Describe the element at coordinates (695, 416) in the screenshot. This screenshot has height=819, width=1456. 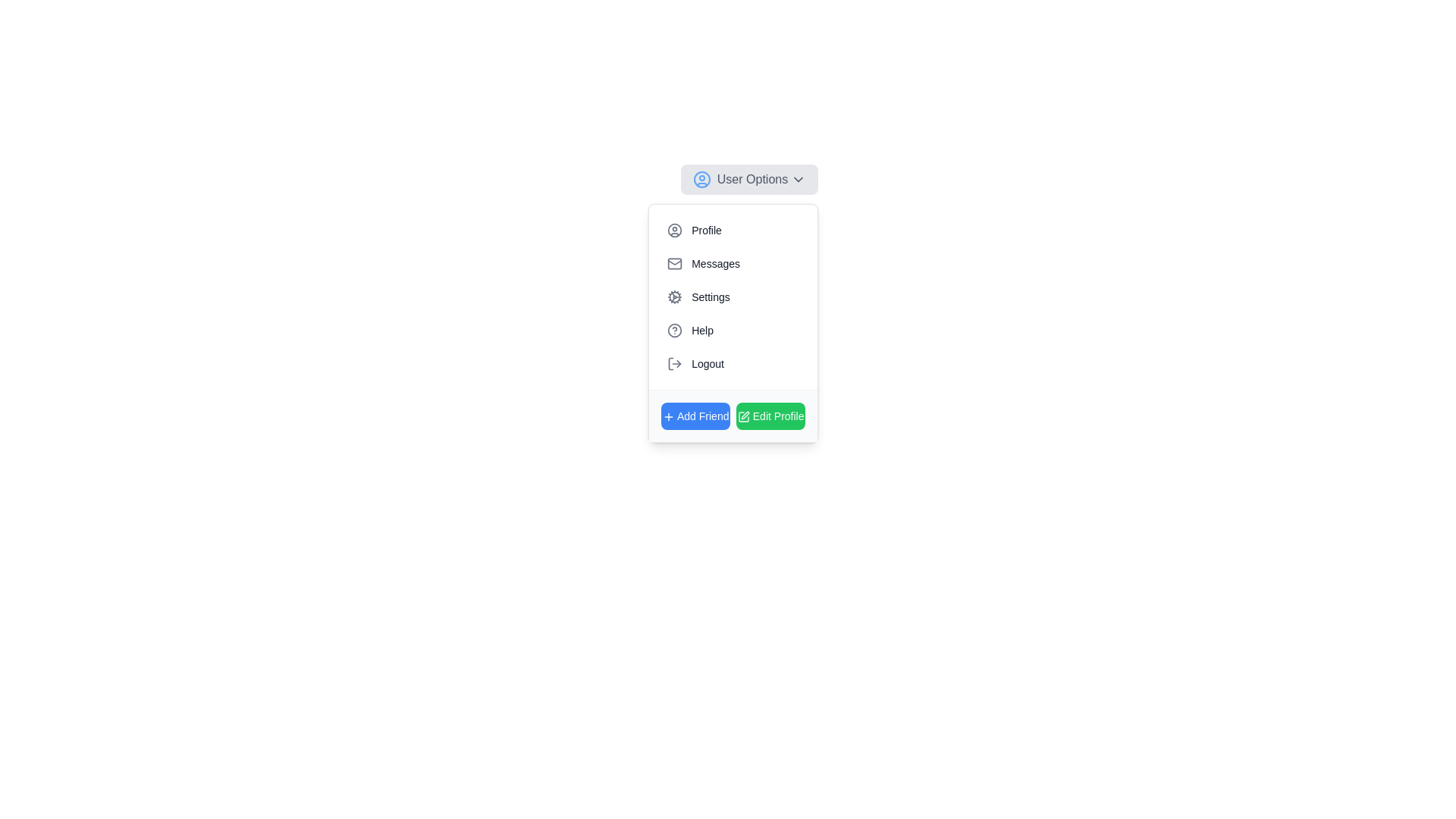
I see `the 'Add Friend' button with a blue background and white text` at that location.